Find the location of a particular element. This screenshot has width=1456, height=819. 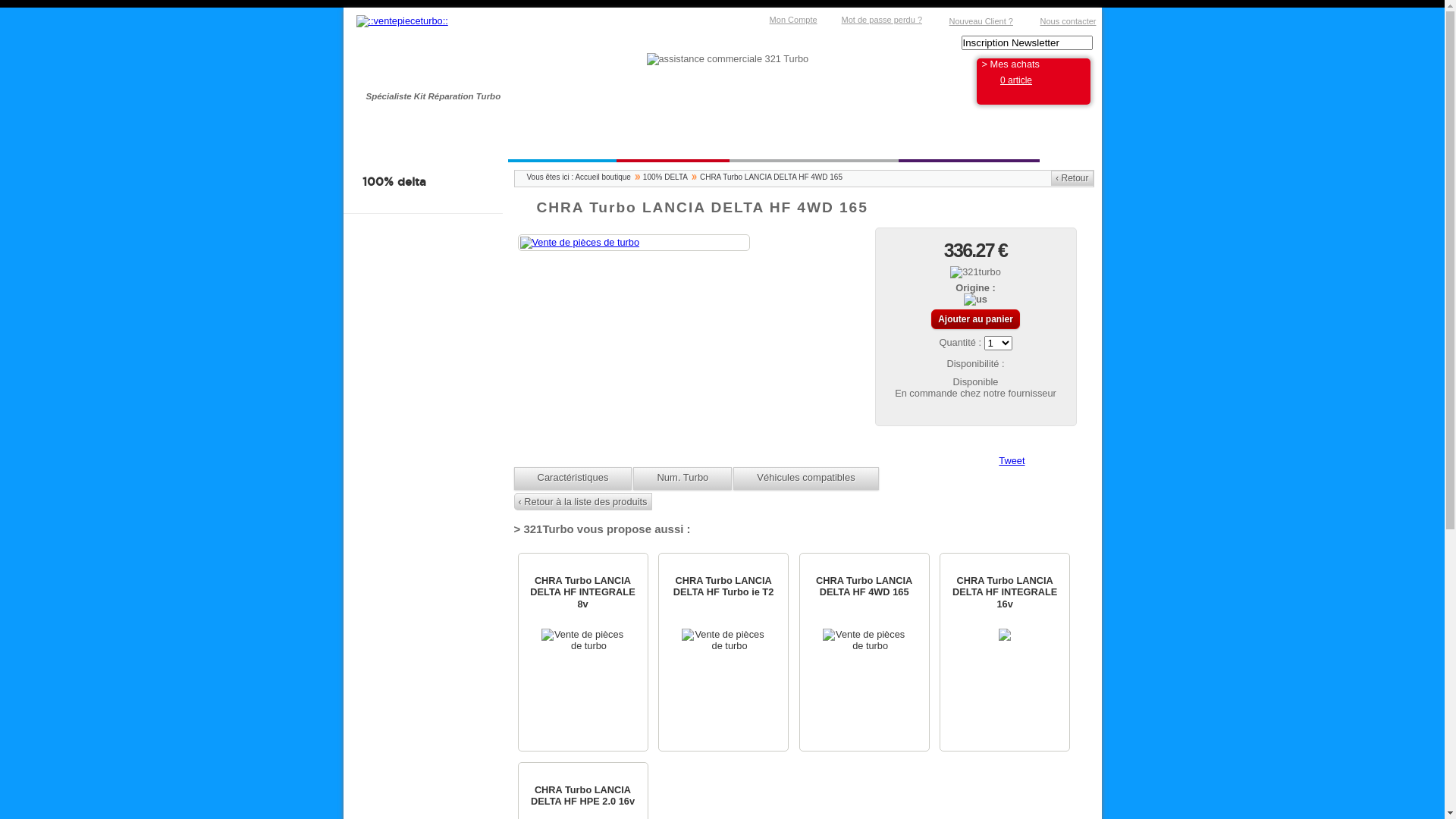

'Rechercher' is located at coordinates (1085, 42).